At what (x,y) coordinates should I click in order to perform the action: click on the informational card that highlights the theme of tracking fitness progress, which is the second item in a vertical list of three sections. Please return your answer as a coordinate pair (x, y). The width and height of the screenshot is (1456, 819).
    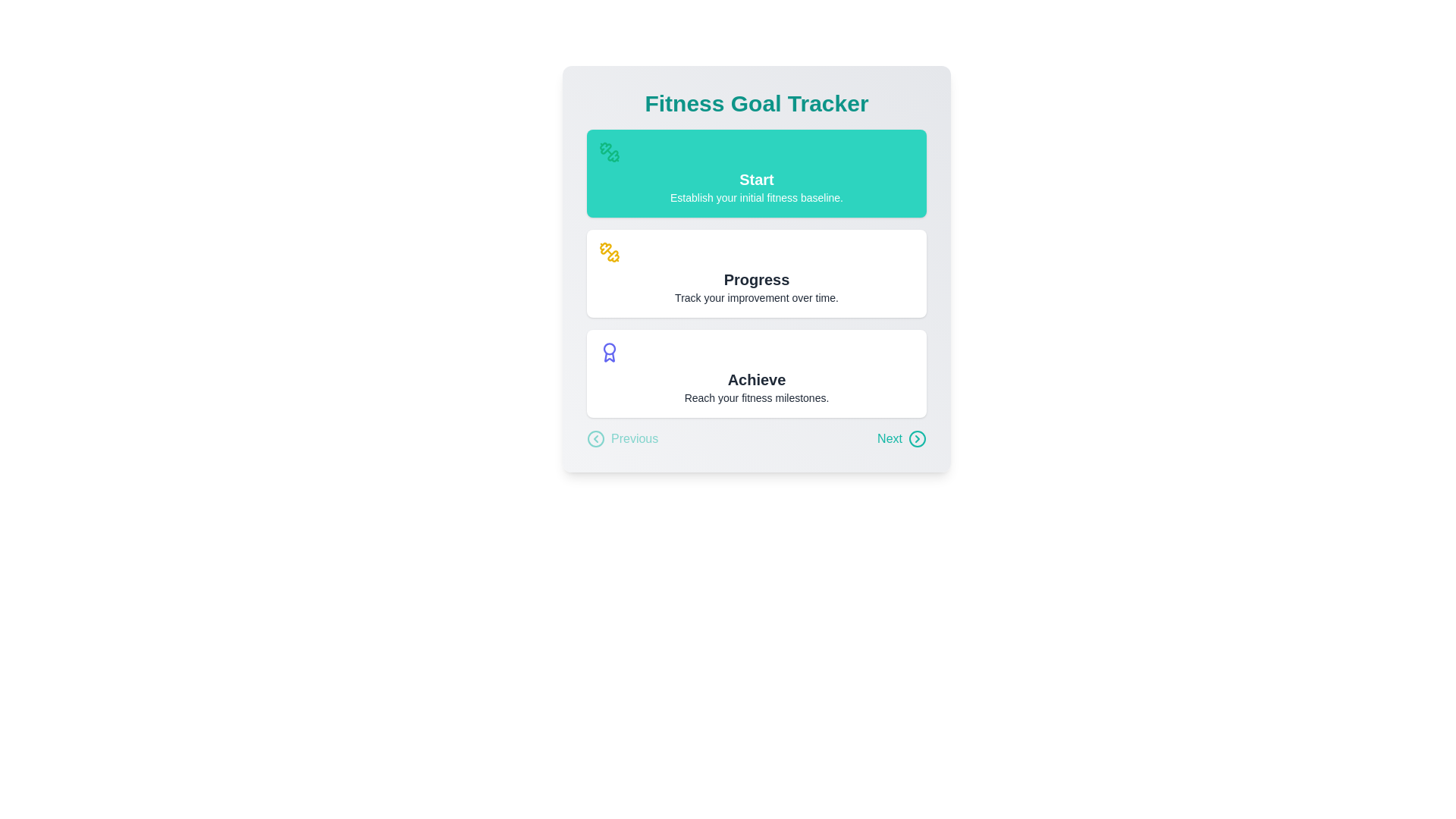
    Looking at the image, I should click on (757, 274).